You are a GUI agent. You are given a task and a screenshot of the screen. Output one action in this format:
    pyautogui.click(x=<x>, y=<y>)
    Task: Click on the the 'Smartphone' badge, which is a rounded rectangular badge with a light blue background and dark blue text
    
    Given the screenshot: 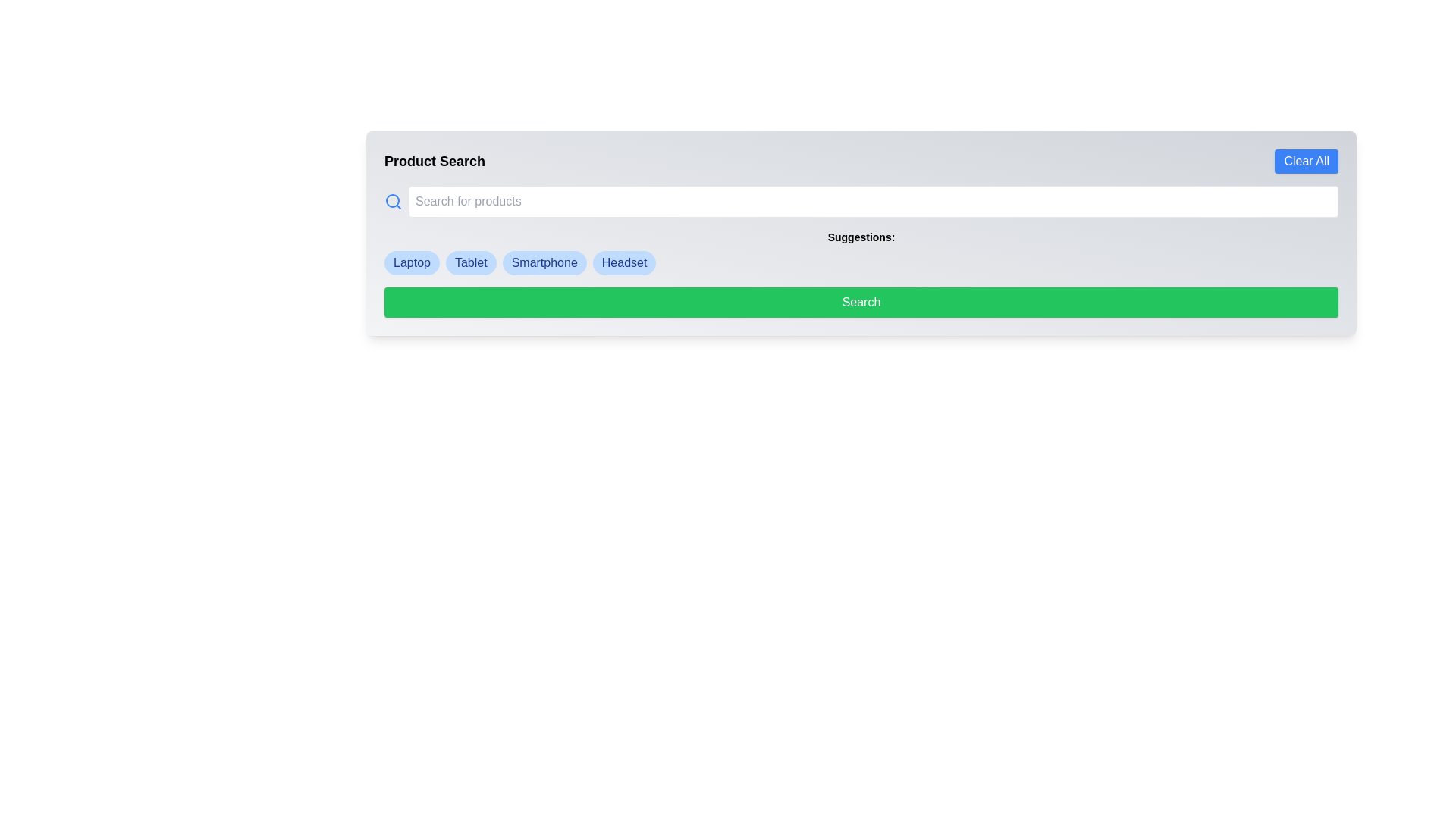 What is the action you would take?
    pyautogui.click(x=544, y=262)
    